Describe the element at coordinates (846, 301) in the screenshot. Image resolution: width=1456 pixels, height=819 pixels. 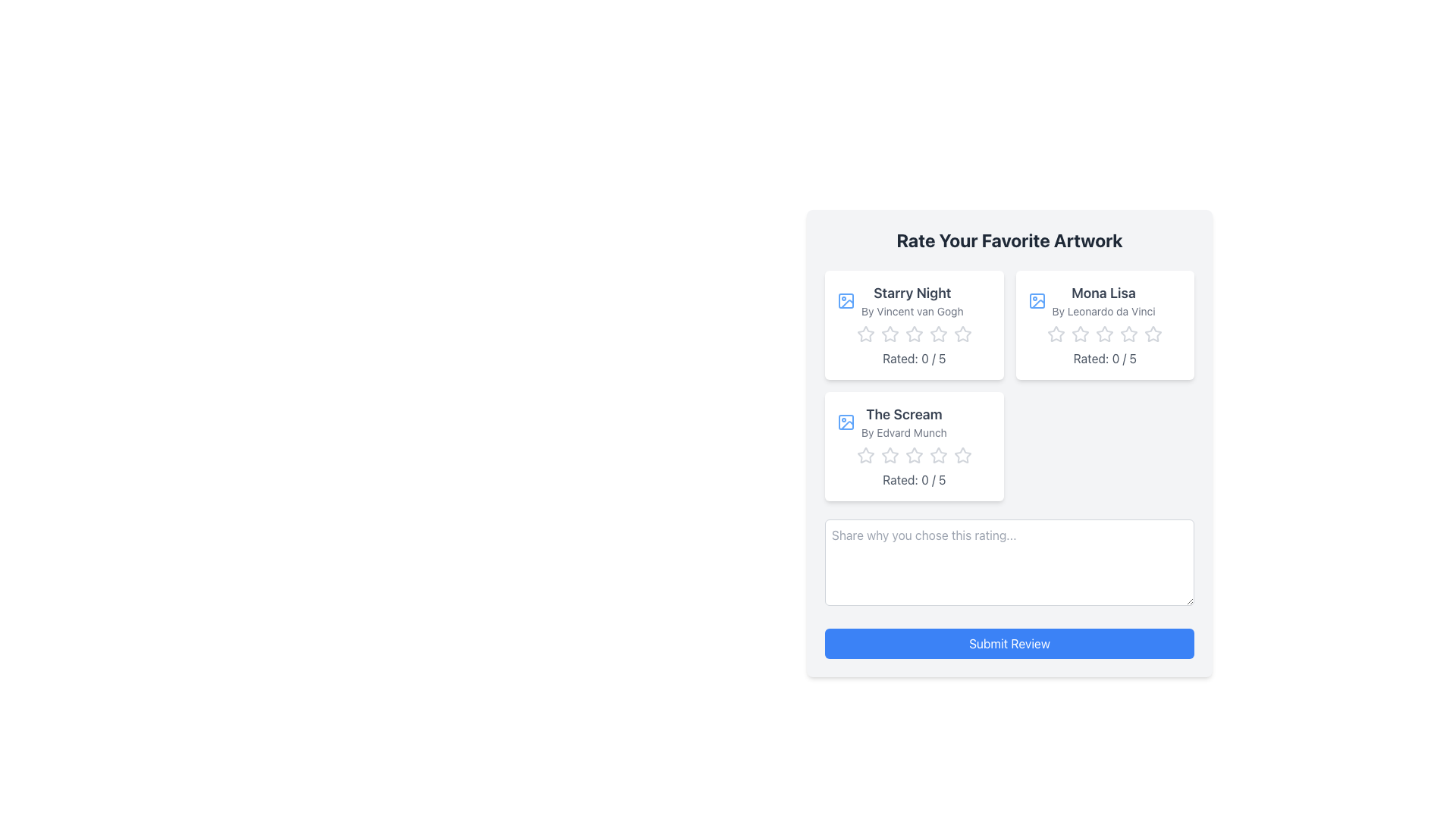
I see `the Decorative SVG shape, a square-shaped icon with rounded corners, outlined in colorless, located on the left side of 'The Scream' artwork card` at that location.